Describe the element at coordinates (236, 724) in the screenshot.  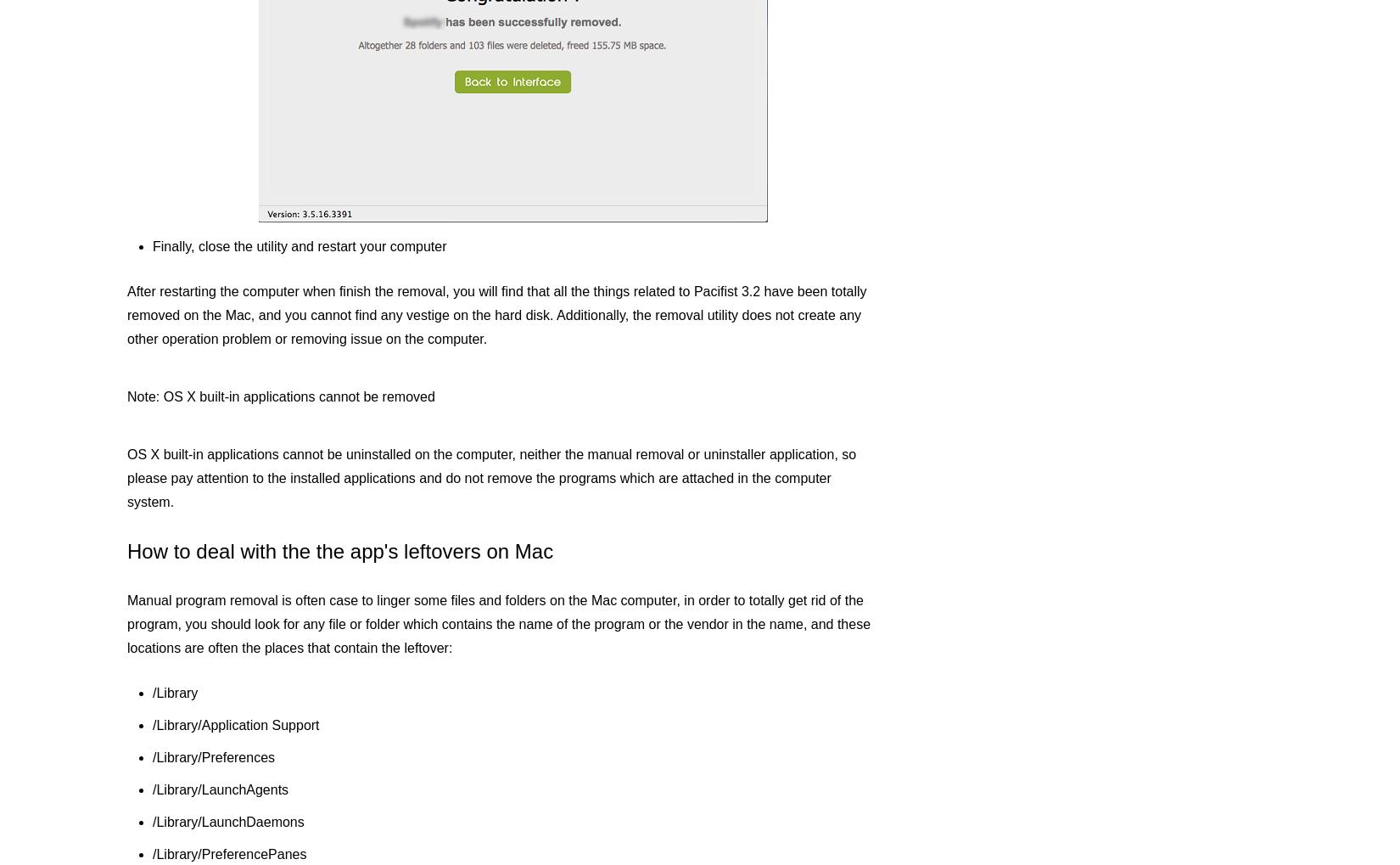
I see `'/Library/Application Support'` at that location.